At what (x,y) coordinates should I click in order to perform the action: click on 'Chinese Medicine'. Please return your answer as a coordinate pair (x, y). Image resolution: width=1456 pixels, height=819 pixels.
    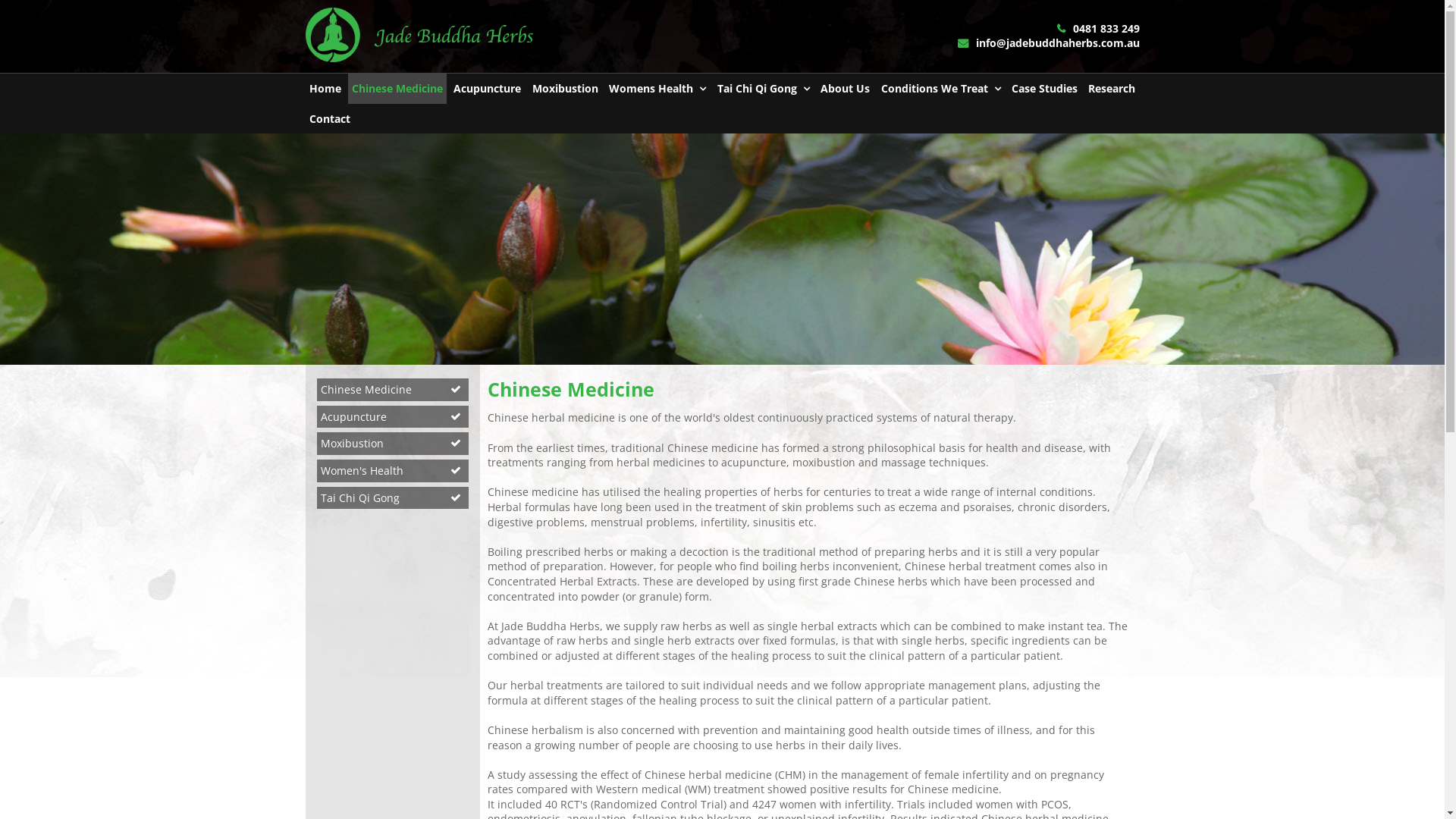
    Looking at the image, I should click on (397, 88).